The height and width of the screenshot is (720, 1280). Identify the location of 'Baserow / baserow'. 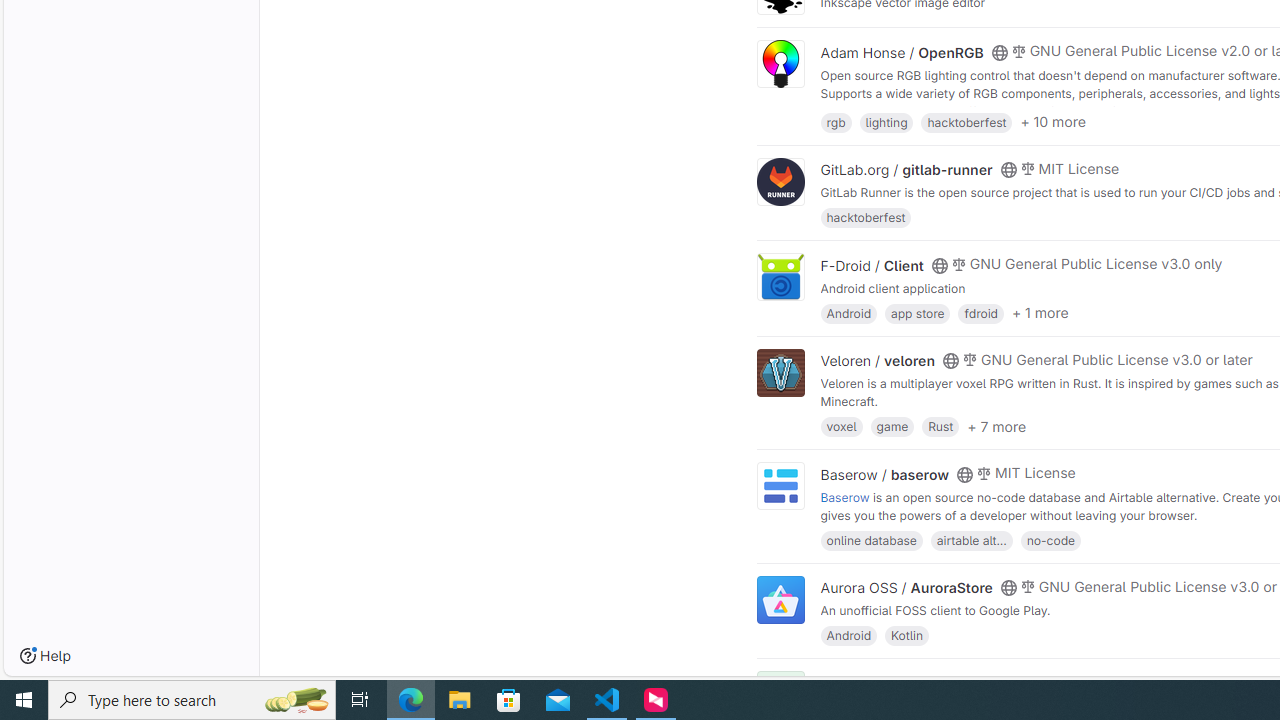
(884, 474).